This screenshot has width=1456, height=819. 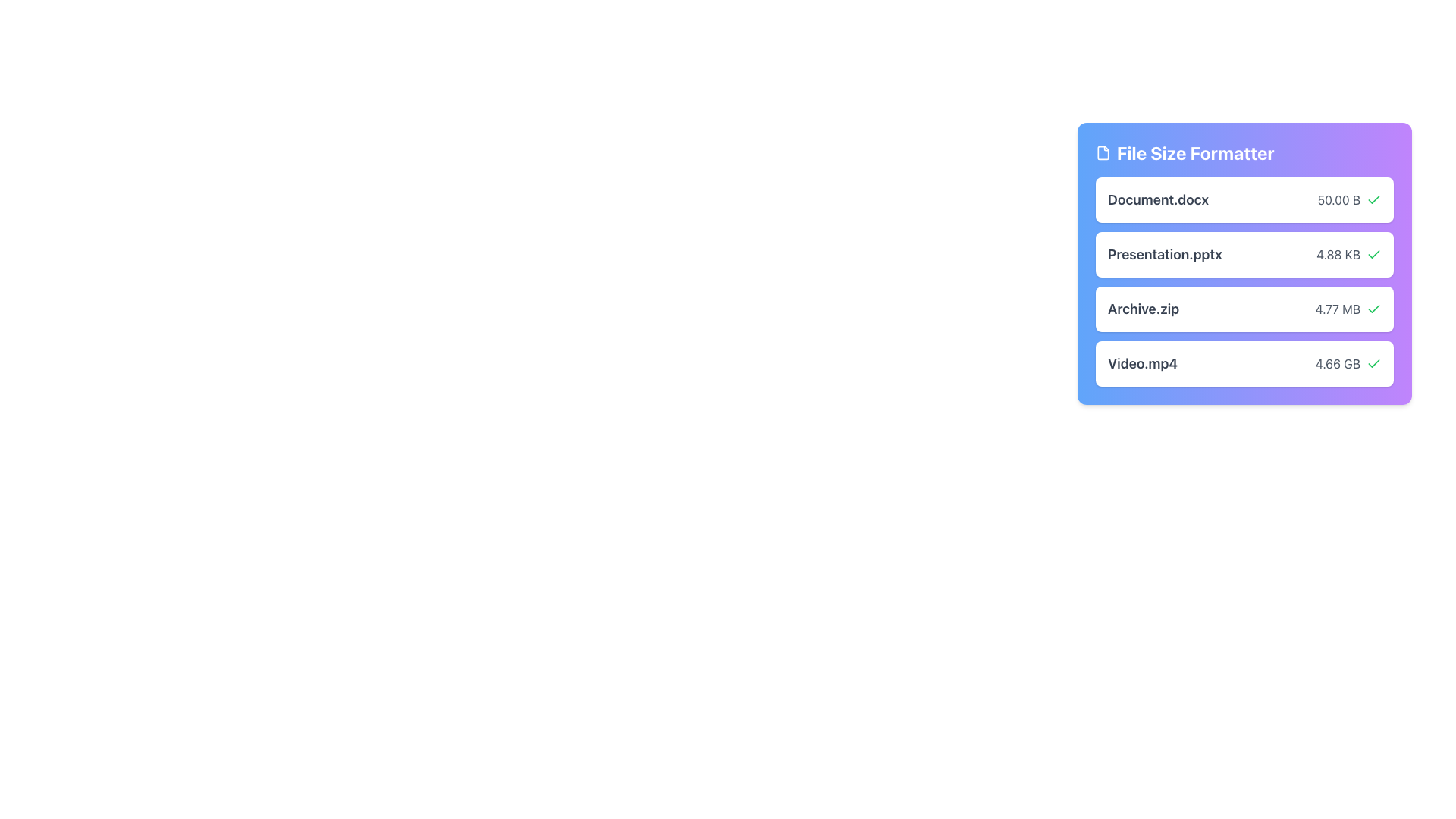 What do you see at coordinates (1373, 363) in the screenshot?
I see `the green checkmark icon located to the right of the text '4.66 GB' in the file list display for the file 'Video.mp4' to visually recognize its status` at bounding box center [1373, 363].